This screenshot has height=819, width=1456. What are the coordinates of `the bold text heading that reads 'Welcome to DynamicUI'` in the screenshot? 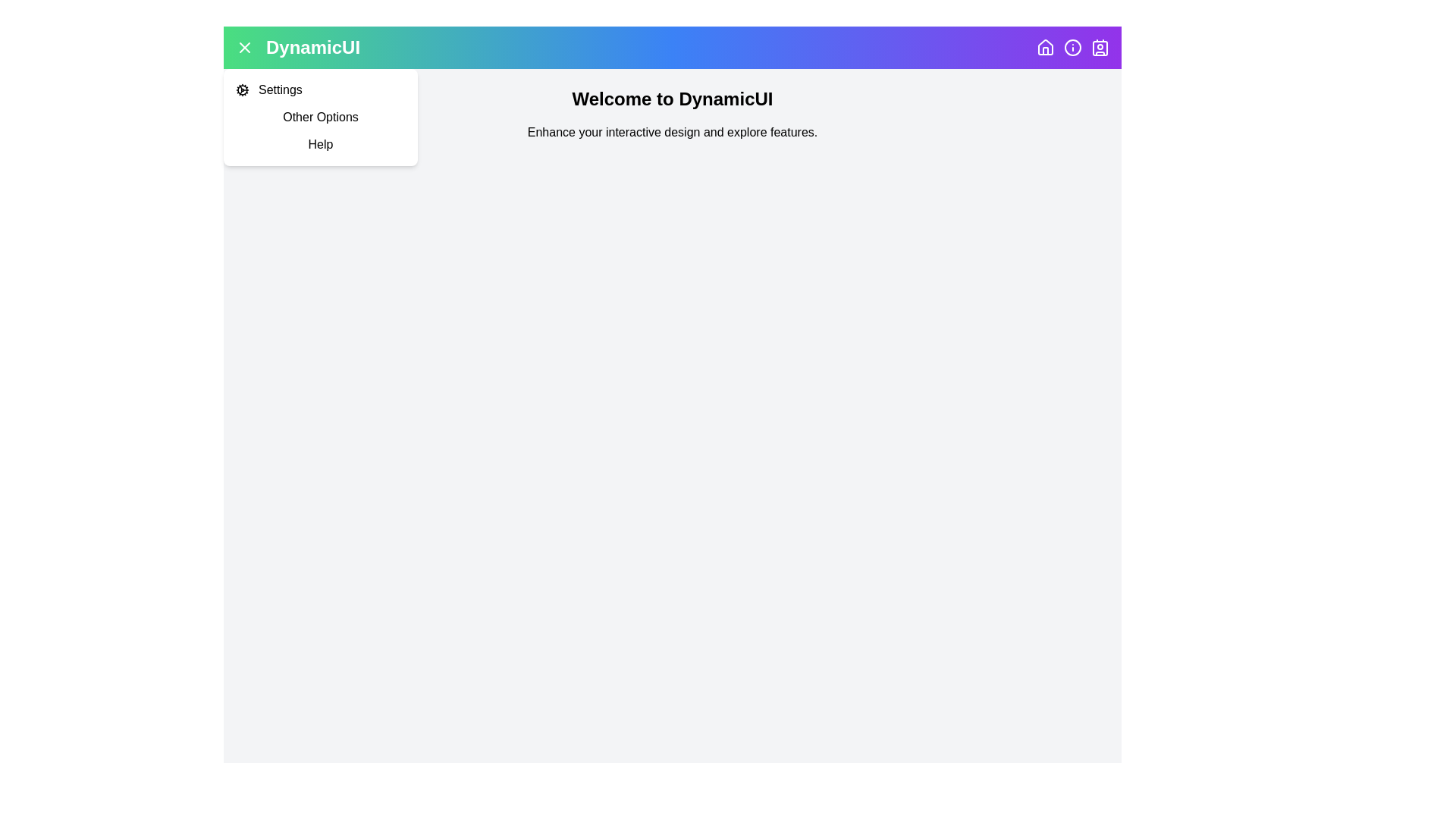 It's located at (672, 99).